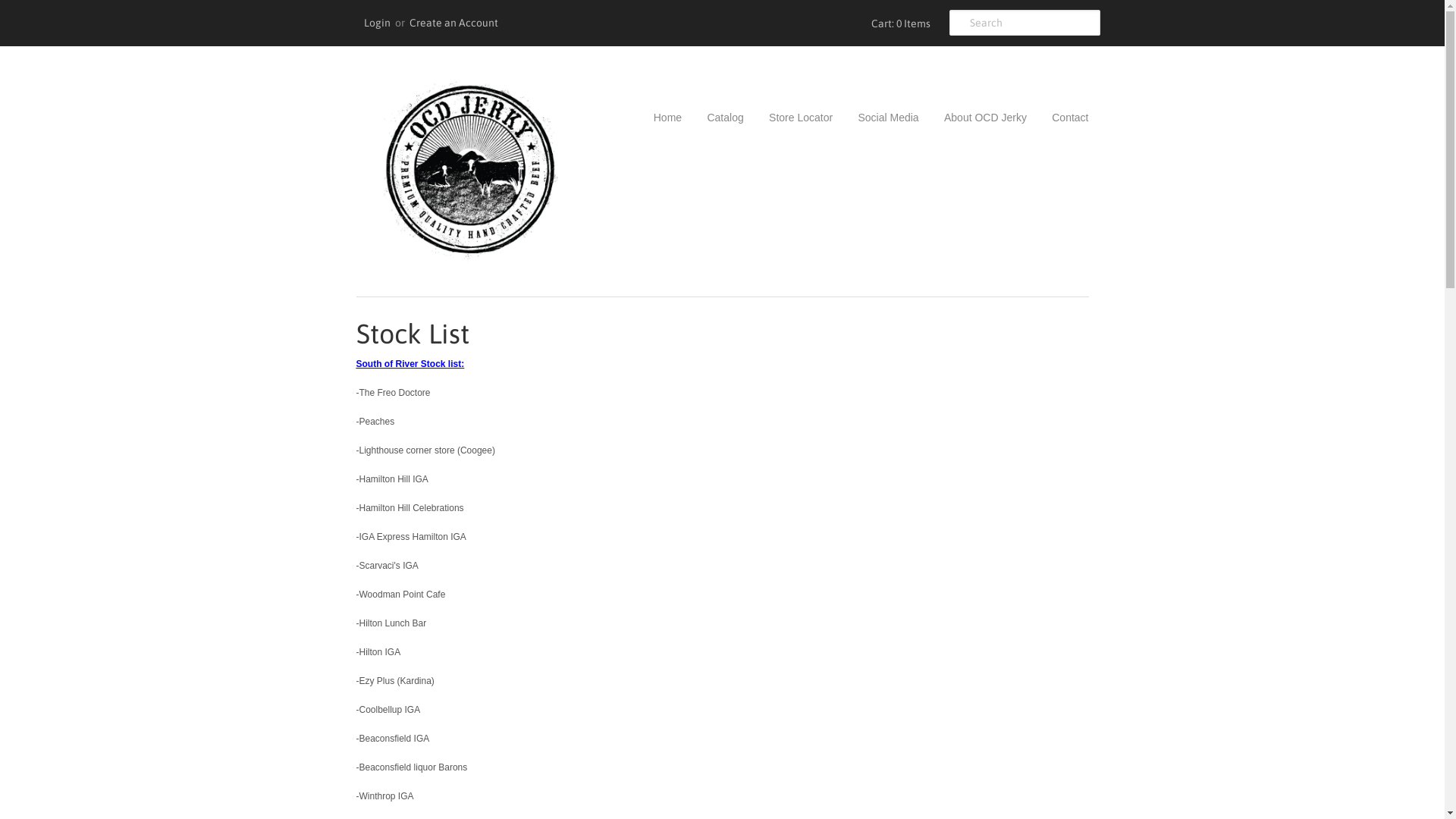 This screenshot has height=819, width=1456. What do you see at coordinates (453, 23) in the screenshot?
I see `'Create an Account'` at bounding box center [453, 23].